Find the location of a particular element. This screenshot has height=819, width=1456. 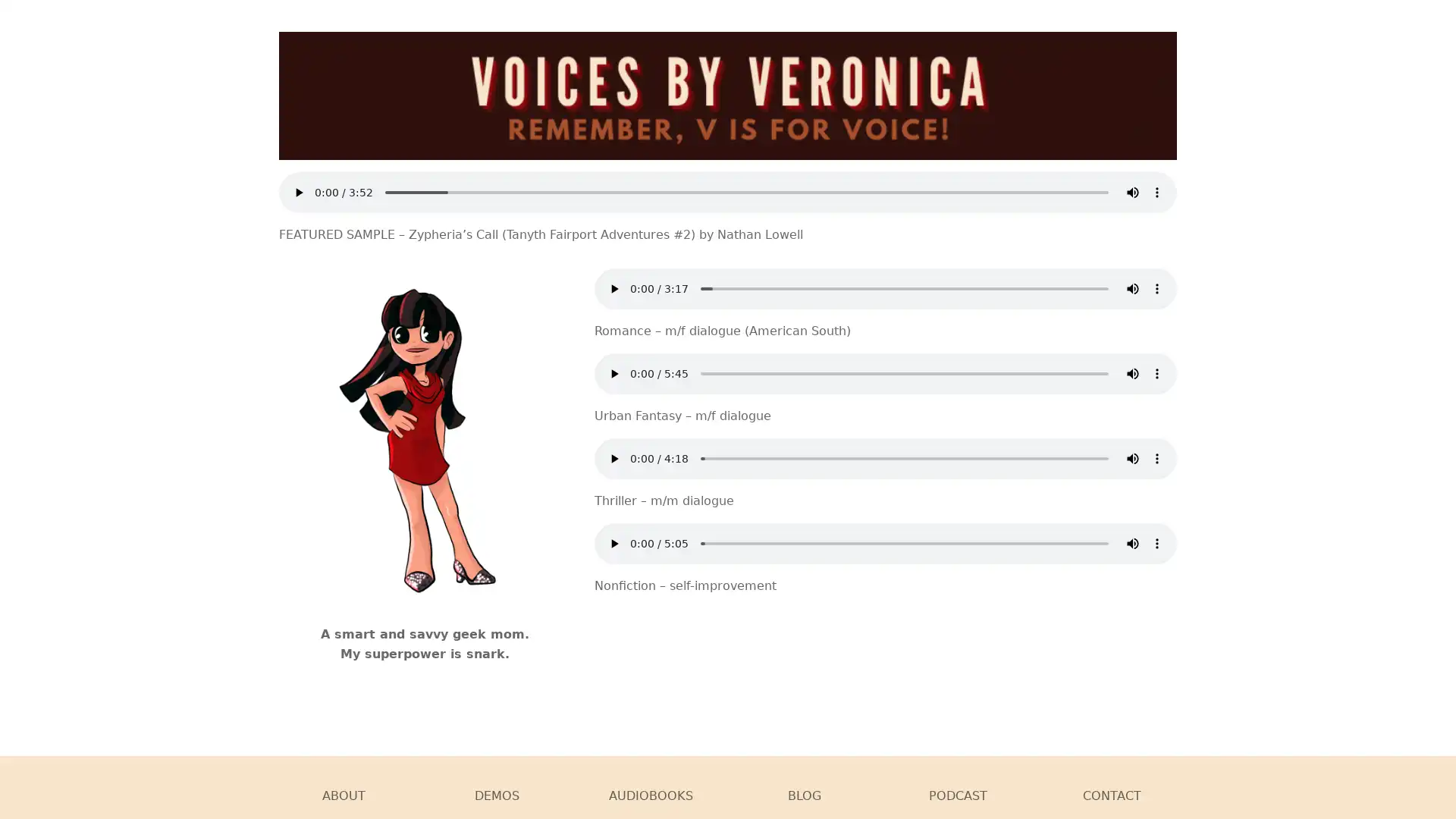

mute is located at coordinates (1132, 458).